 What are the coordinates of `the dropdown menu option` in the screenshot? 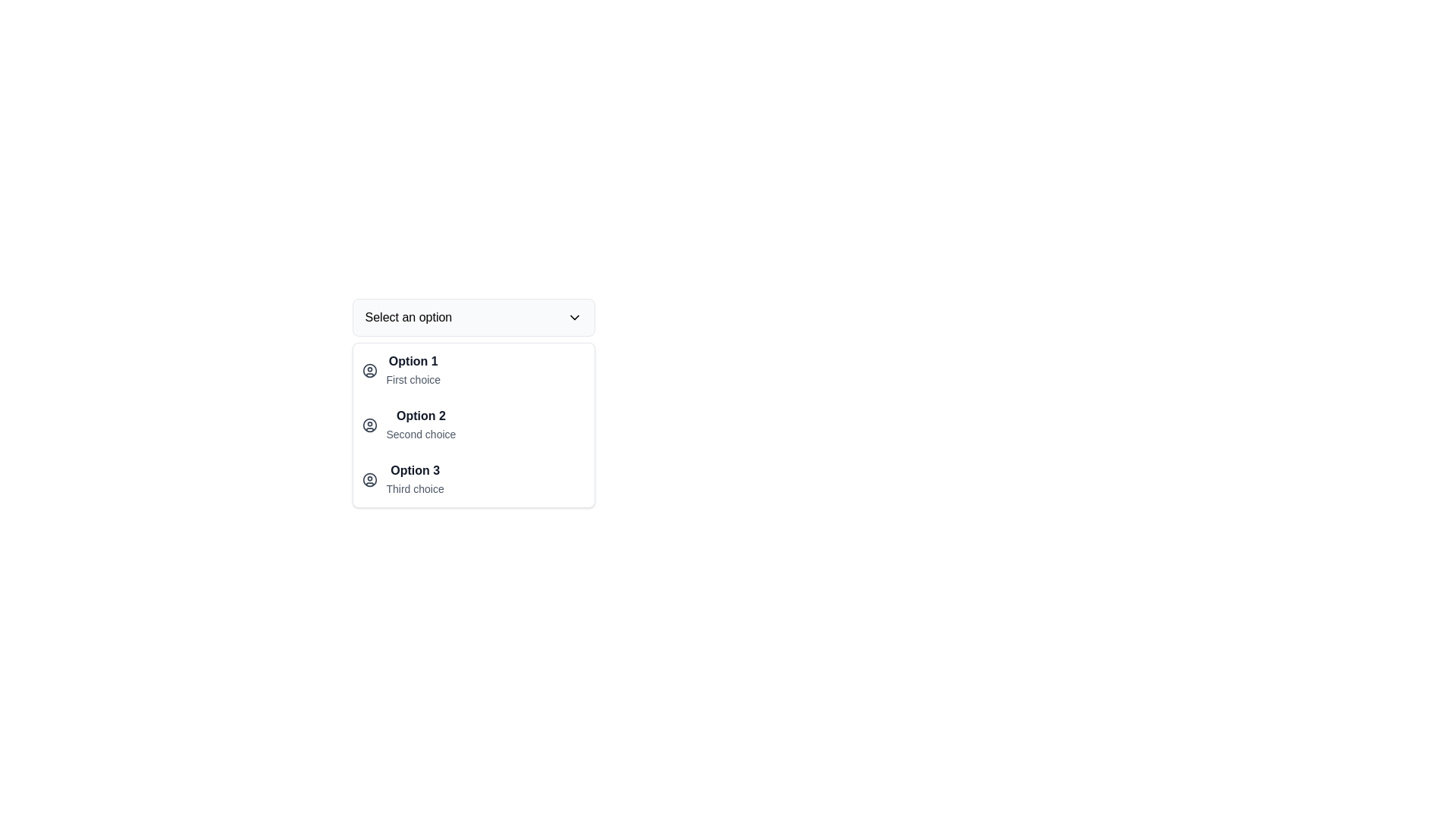 It's located at (472, 425).